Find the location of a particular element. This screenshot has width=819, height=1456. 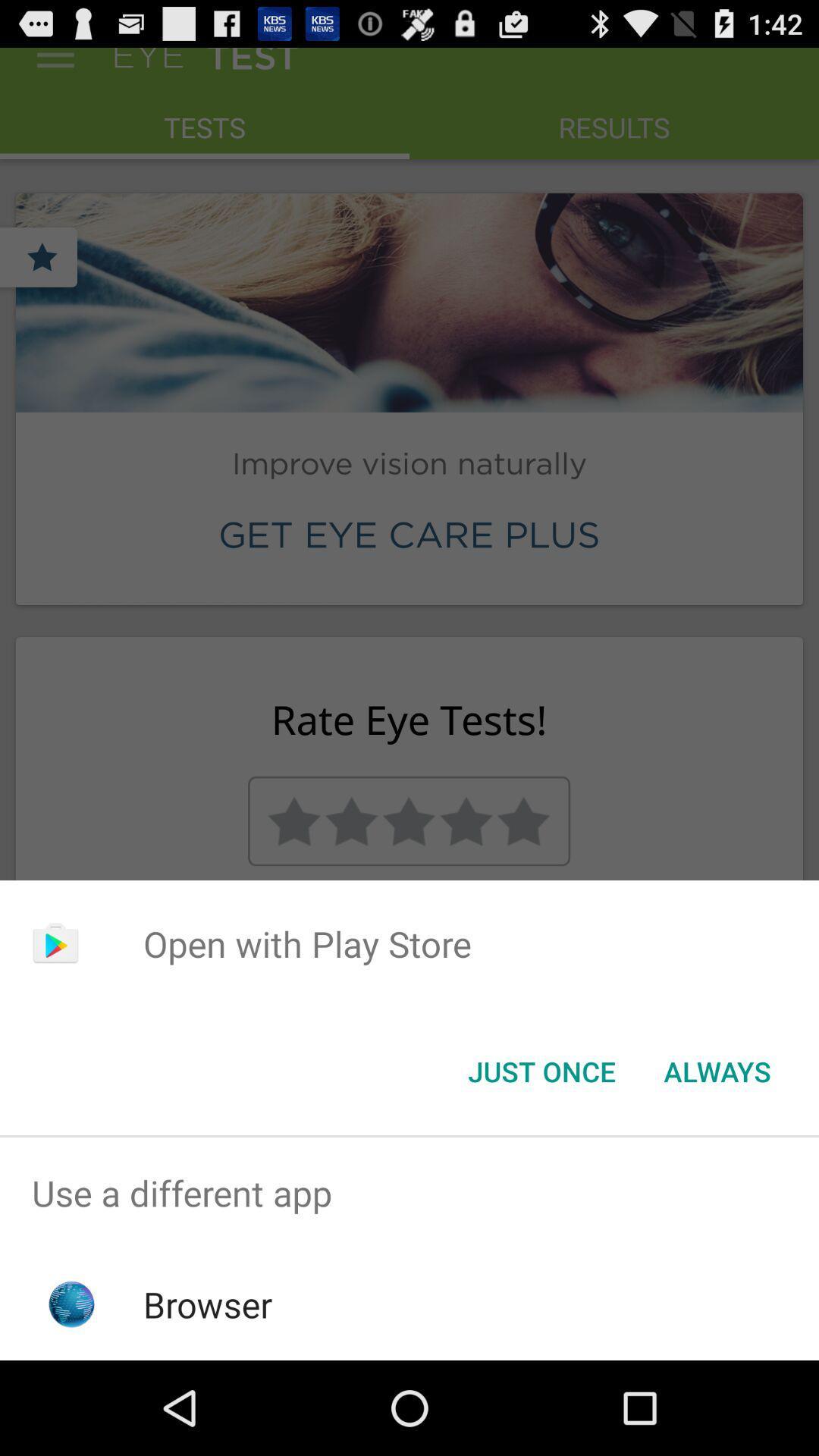

use a different is located at coordinates (409, 1192).